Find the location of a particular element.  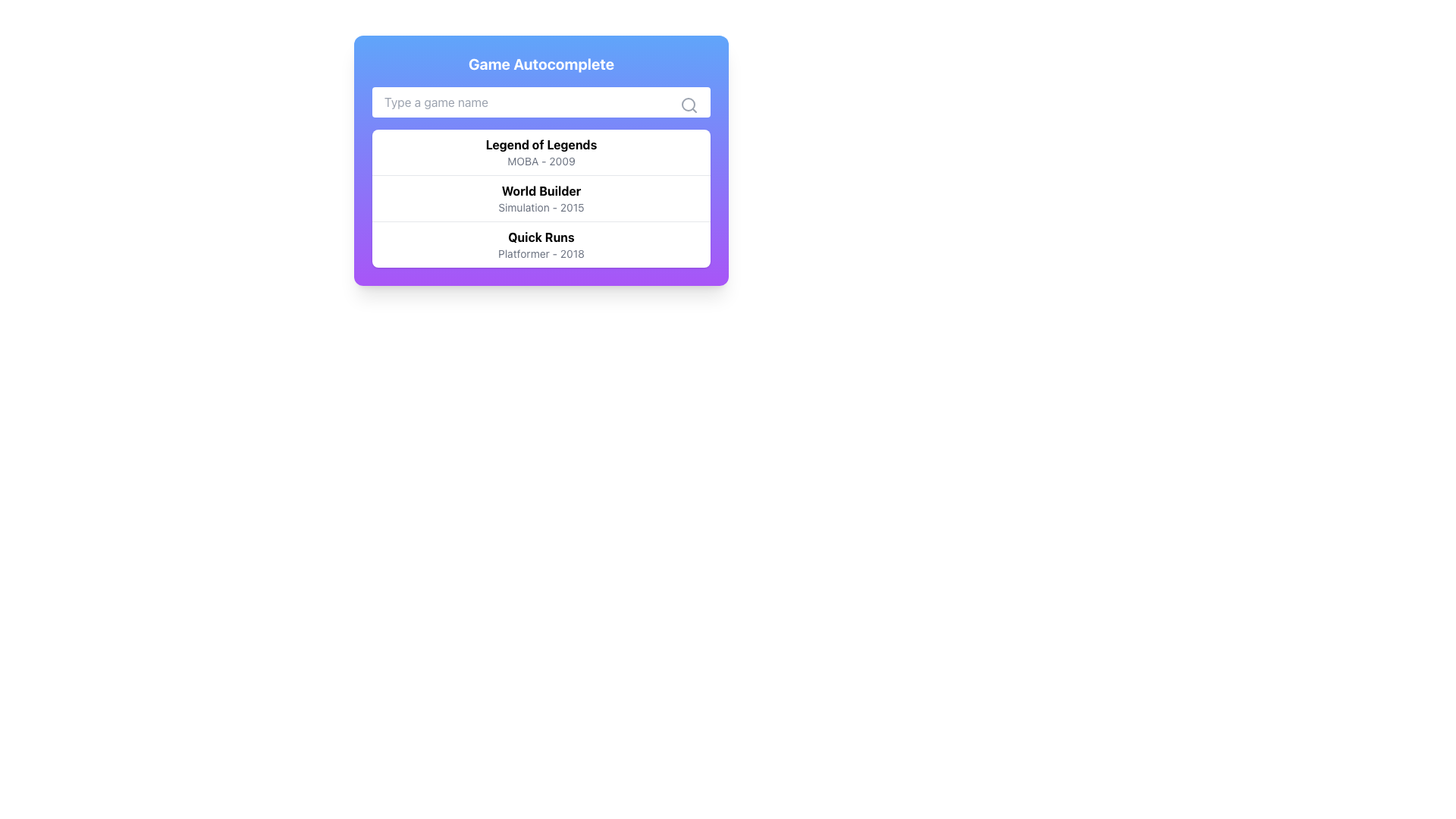

the magnifying glass icon, which signifies the search functionality is located at coordinates (688, 104).